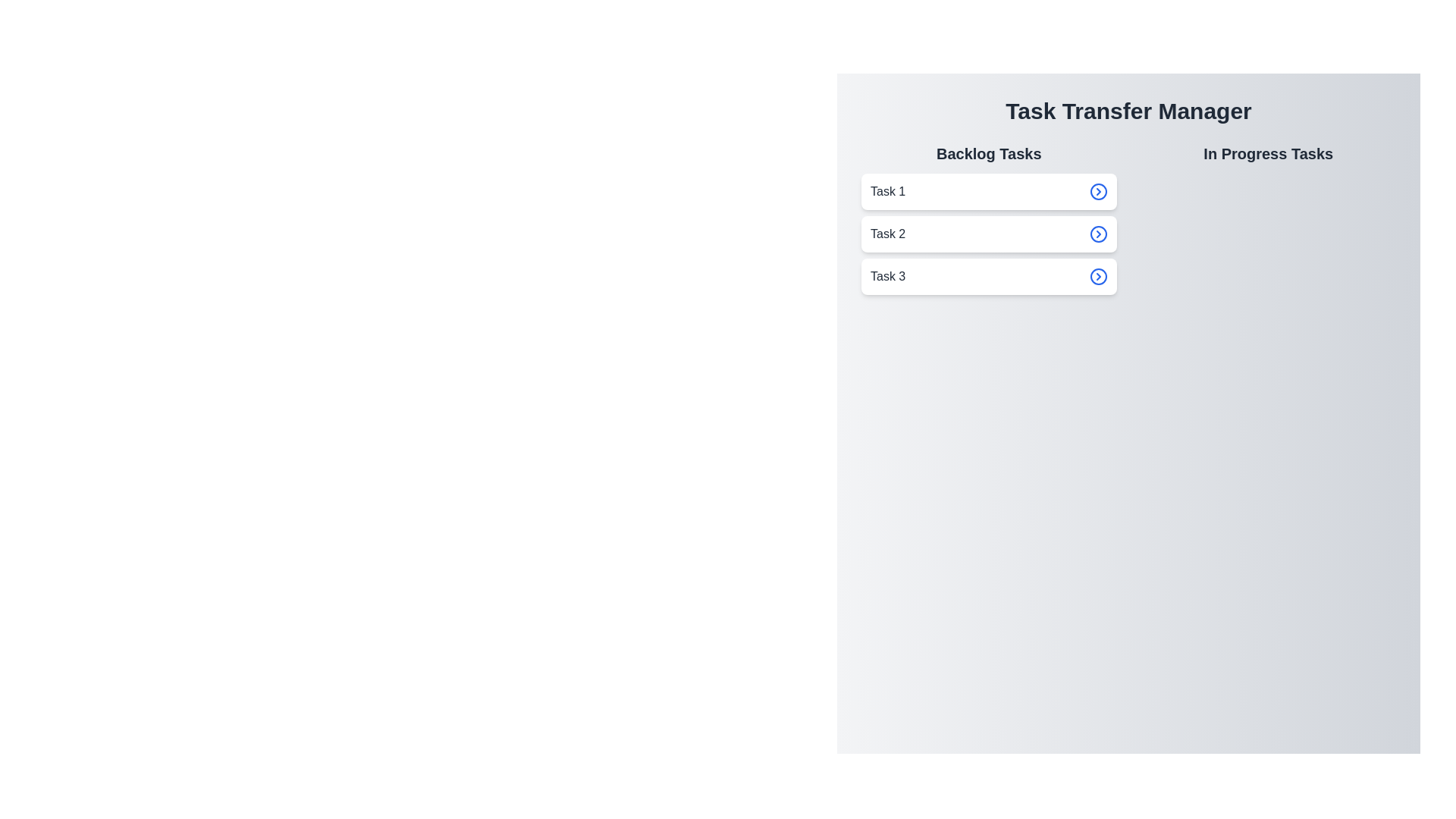  What do you see at coordinates (1098, 191) in the screenshot?
I see `the chevron icon next to the task Task 1 to move it to In Progress` at bounding box center [1098, 191].